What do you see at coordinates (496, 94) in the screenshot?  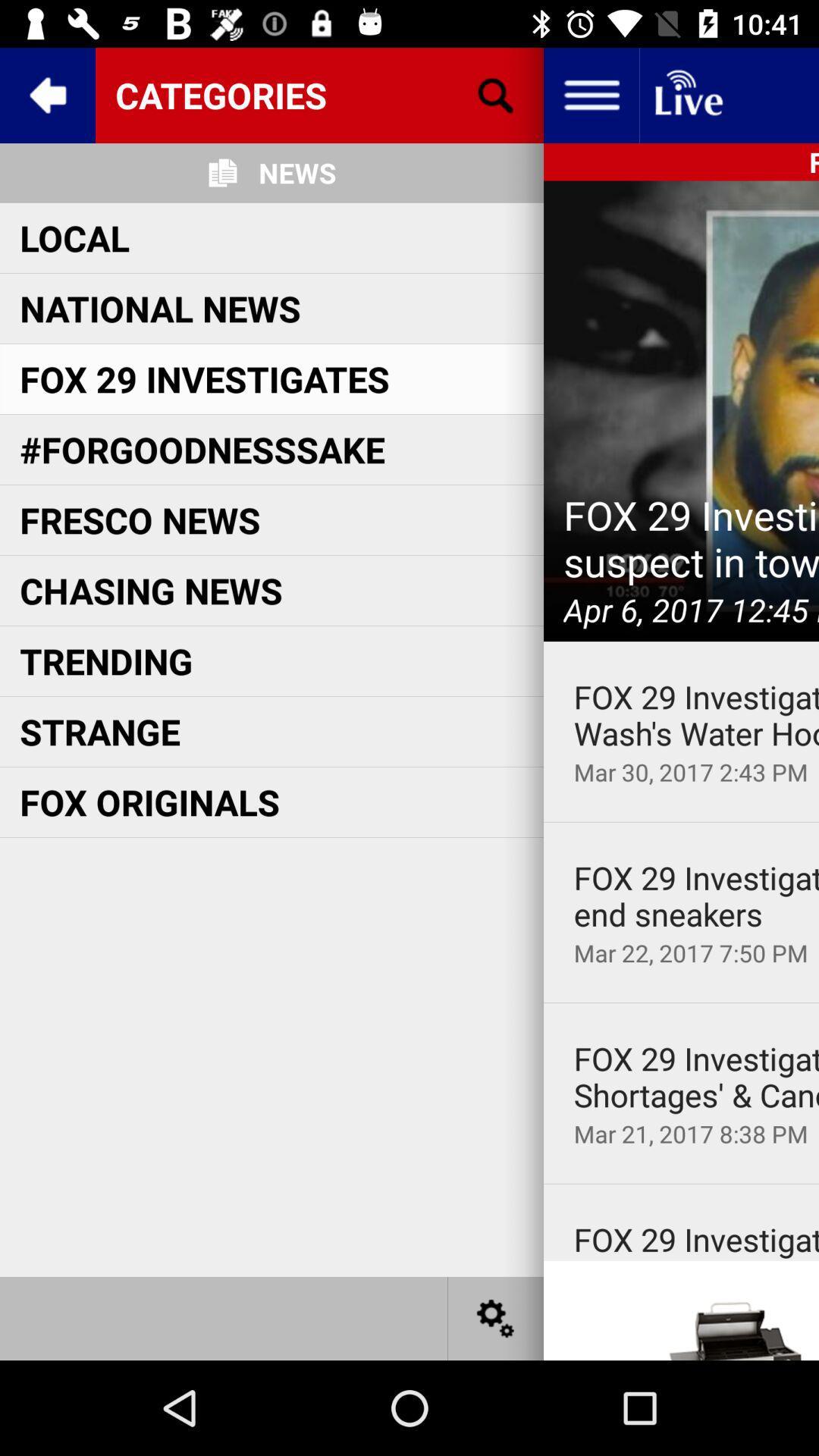 I see `the search icon` at bounding box center [496, 94].